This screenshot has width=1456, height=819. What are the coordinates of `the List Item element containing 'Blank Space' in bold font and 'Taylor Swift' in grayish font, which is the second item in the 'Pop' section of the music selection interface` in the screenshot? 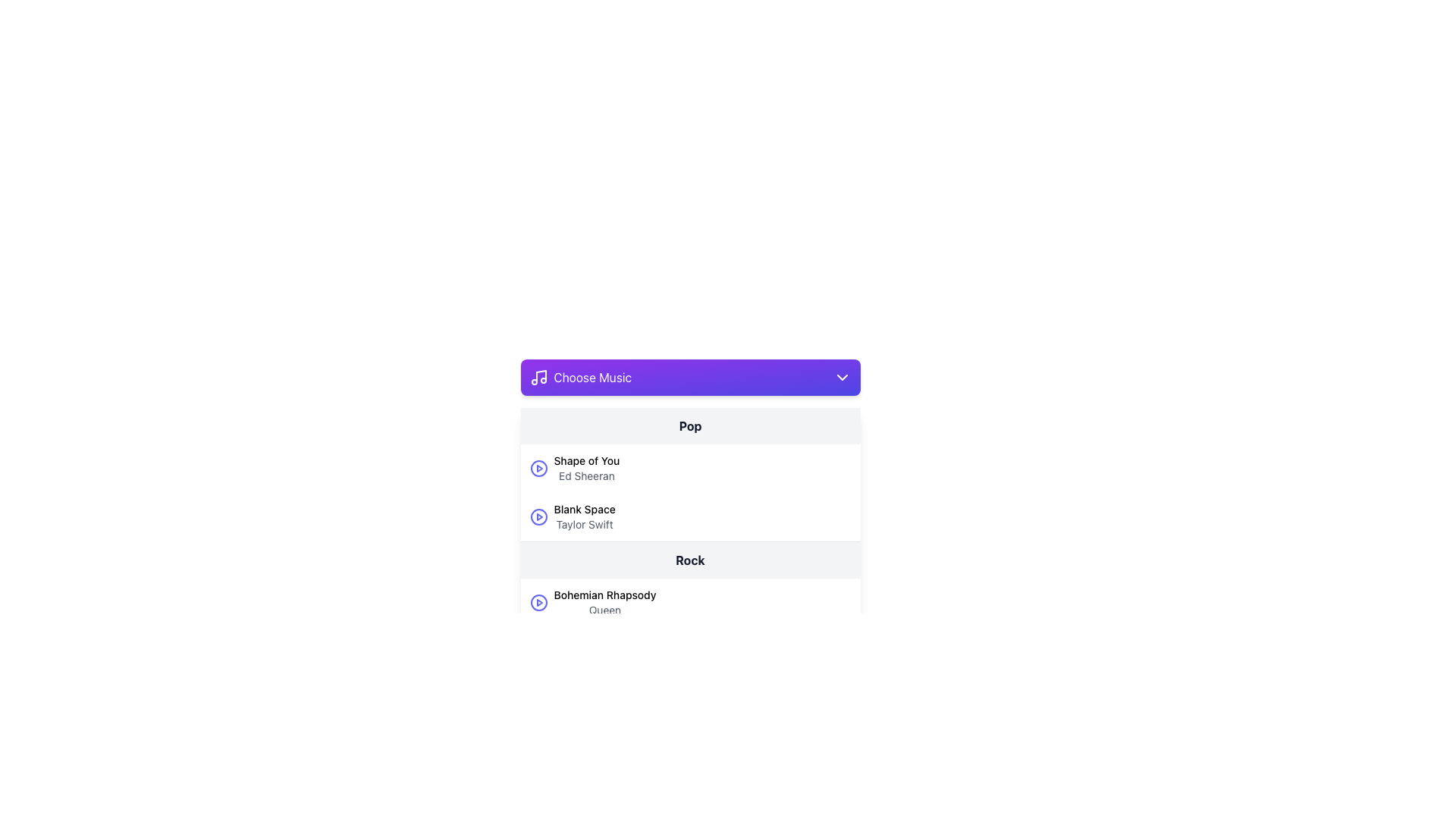 It's located at (689, 516).